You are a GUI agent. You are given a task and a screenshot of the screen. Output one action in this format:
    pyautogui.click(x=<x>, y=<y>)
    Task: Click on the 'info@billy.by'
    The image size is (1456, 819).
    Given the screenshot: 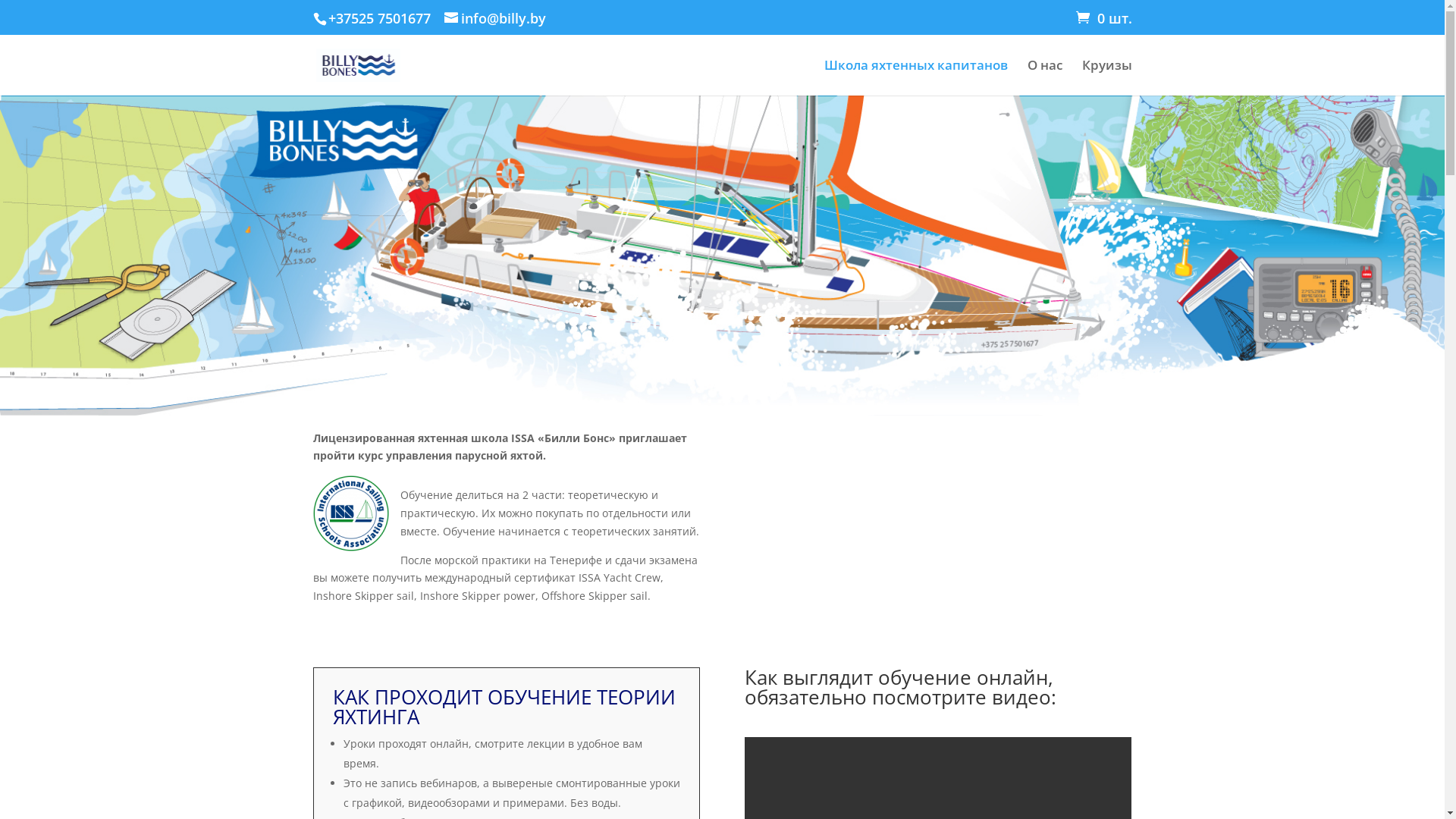 What is the action you would take?
    pyautogui.click(x=494, y=17)
    